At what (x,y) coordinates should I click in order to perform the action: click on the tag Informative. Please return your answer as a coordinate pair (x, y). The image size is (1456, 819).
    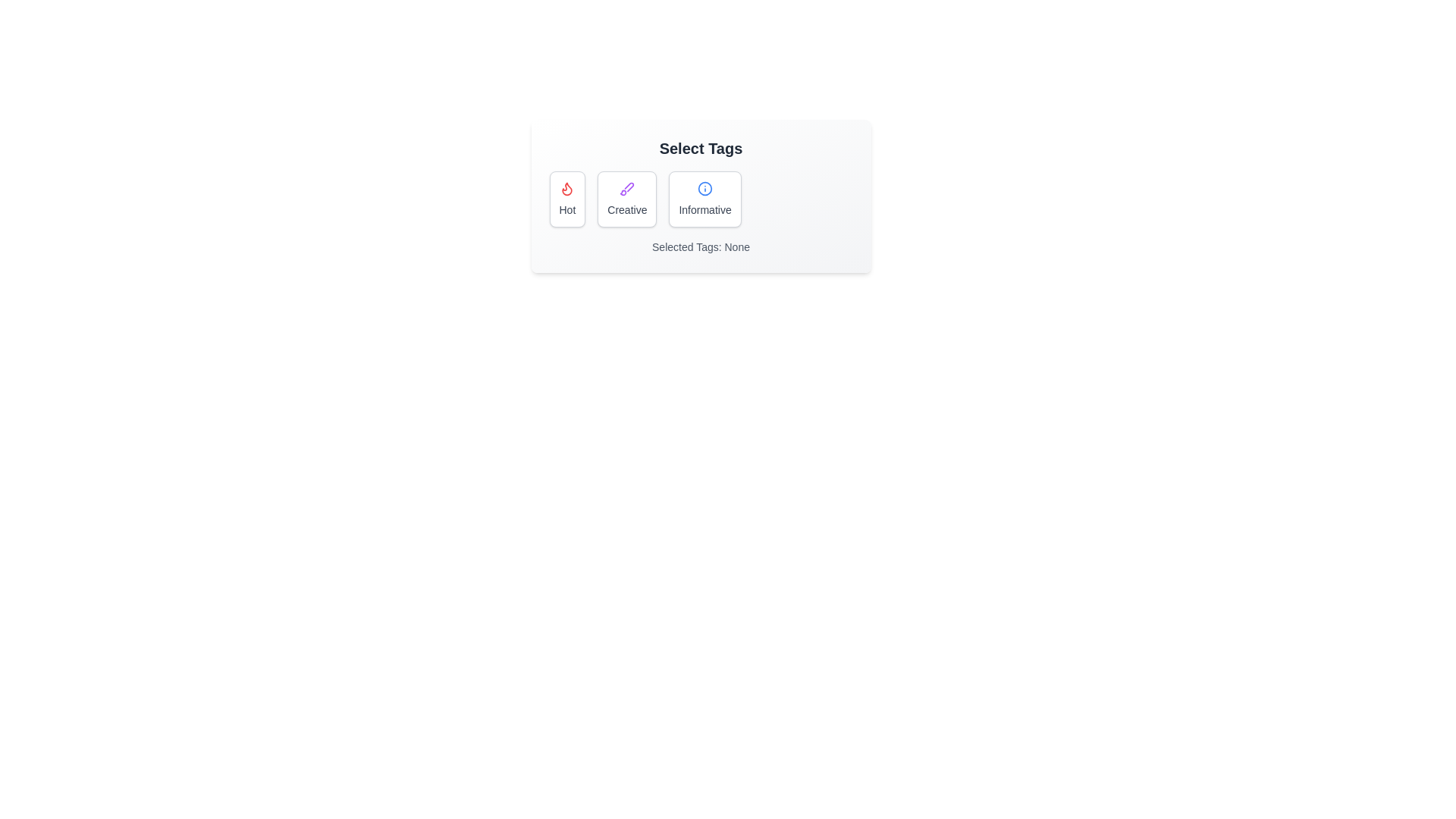
    Looking at the image, I should click on (704, 198).